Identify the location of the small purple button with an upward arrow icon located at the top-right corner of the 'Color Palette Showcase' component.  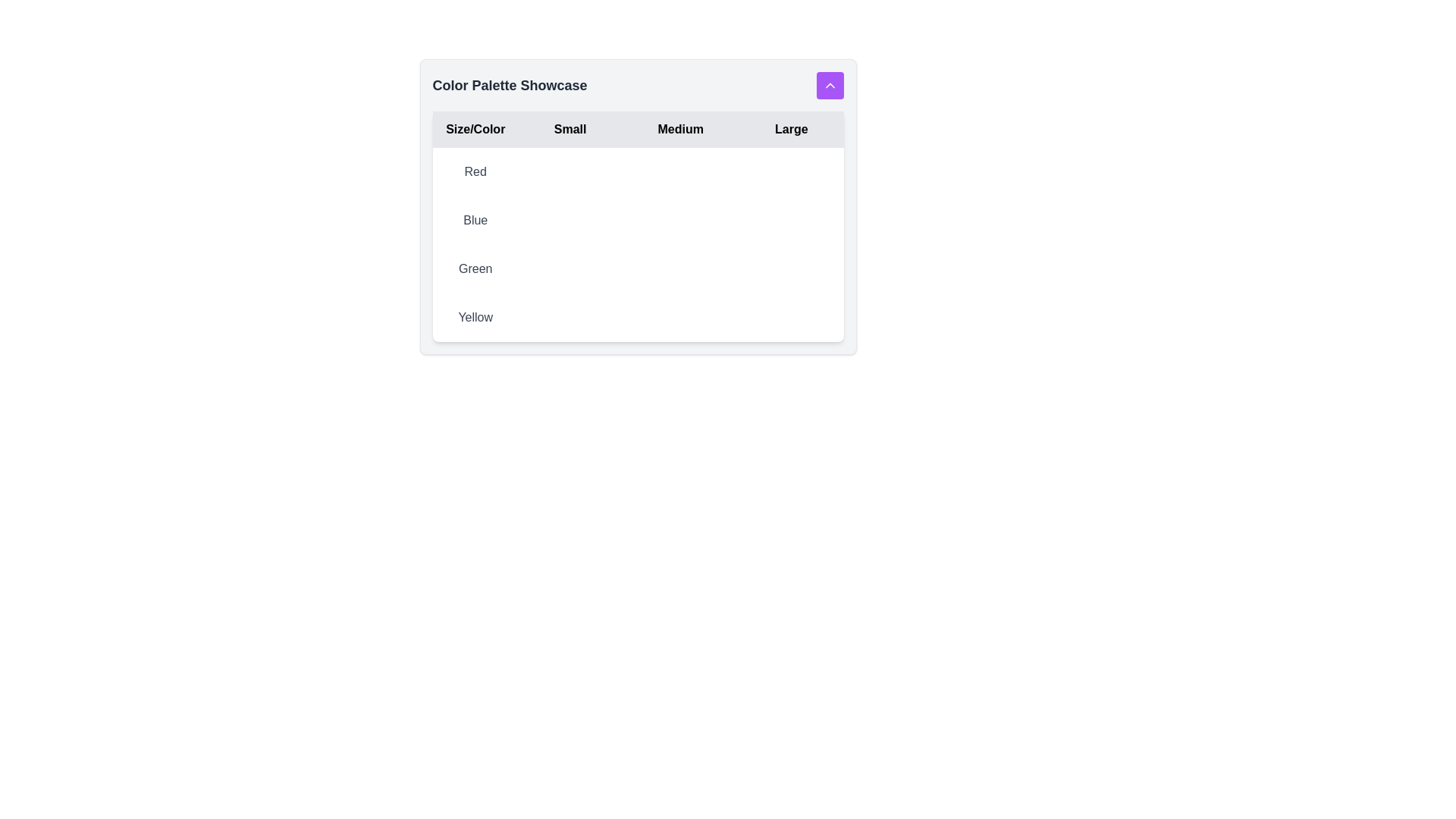
(829, 85).